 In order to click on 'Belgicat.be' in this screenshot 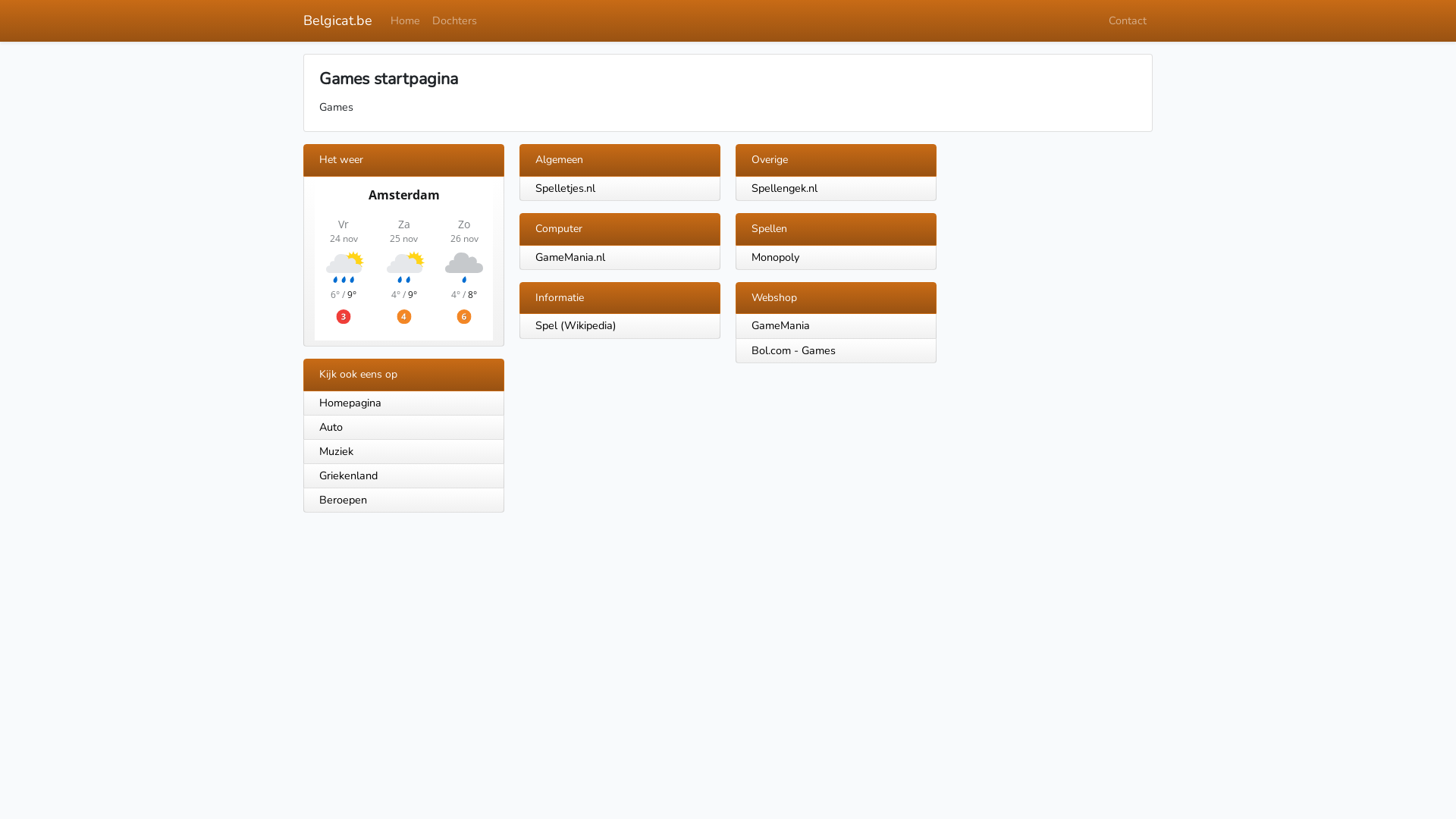, I will do `click(337, 20)`.